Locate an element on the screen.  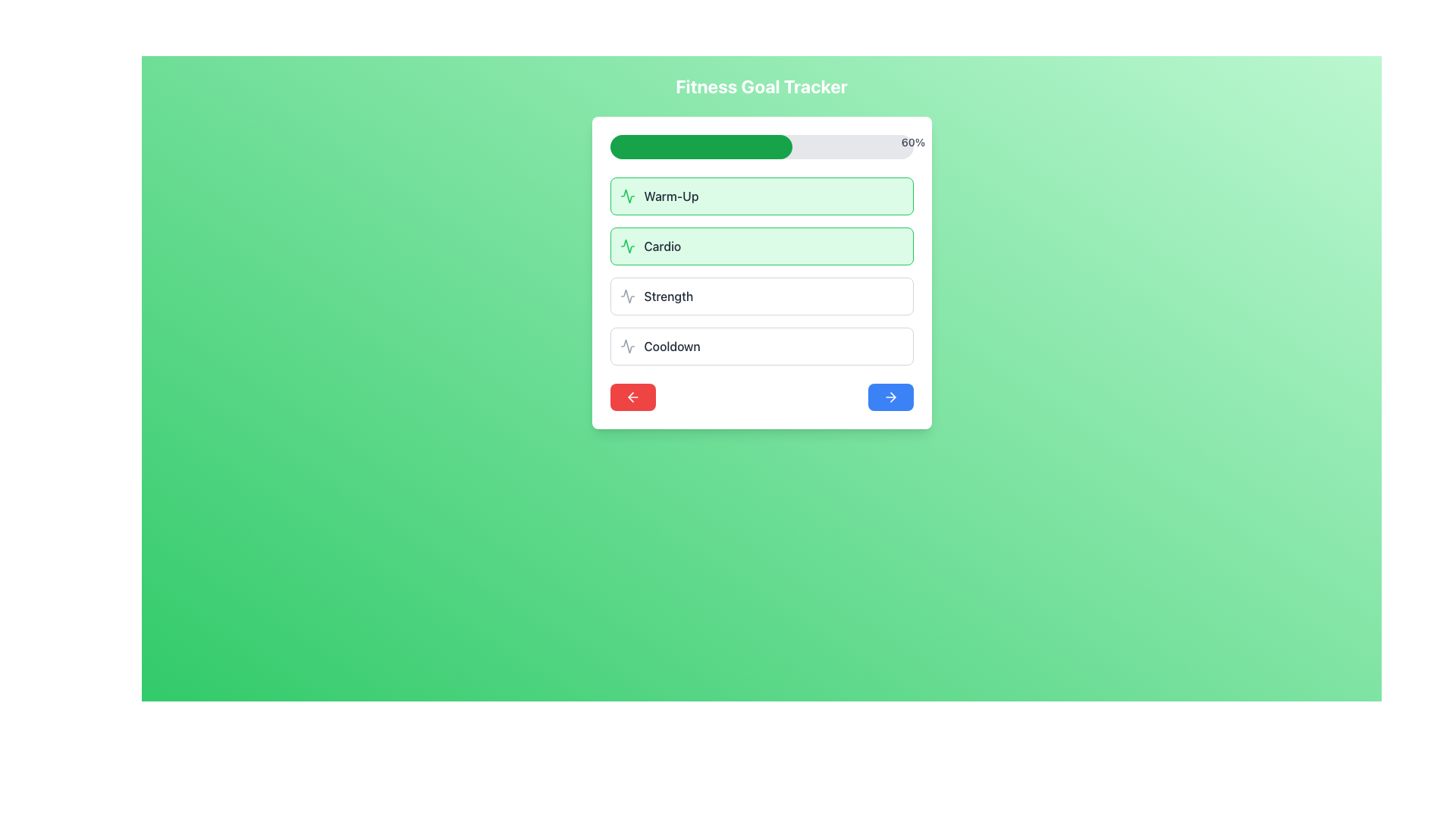
the text label that displays the completion percentage of the progress bar, located centrally above the progress bar is located at coordinates (912, 143).